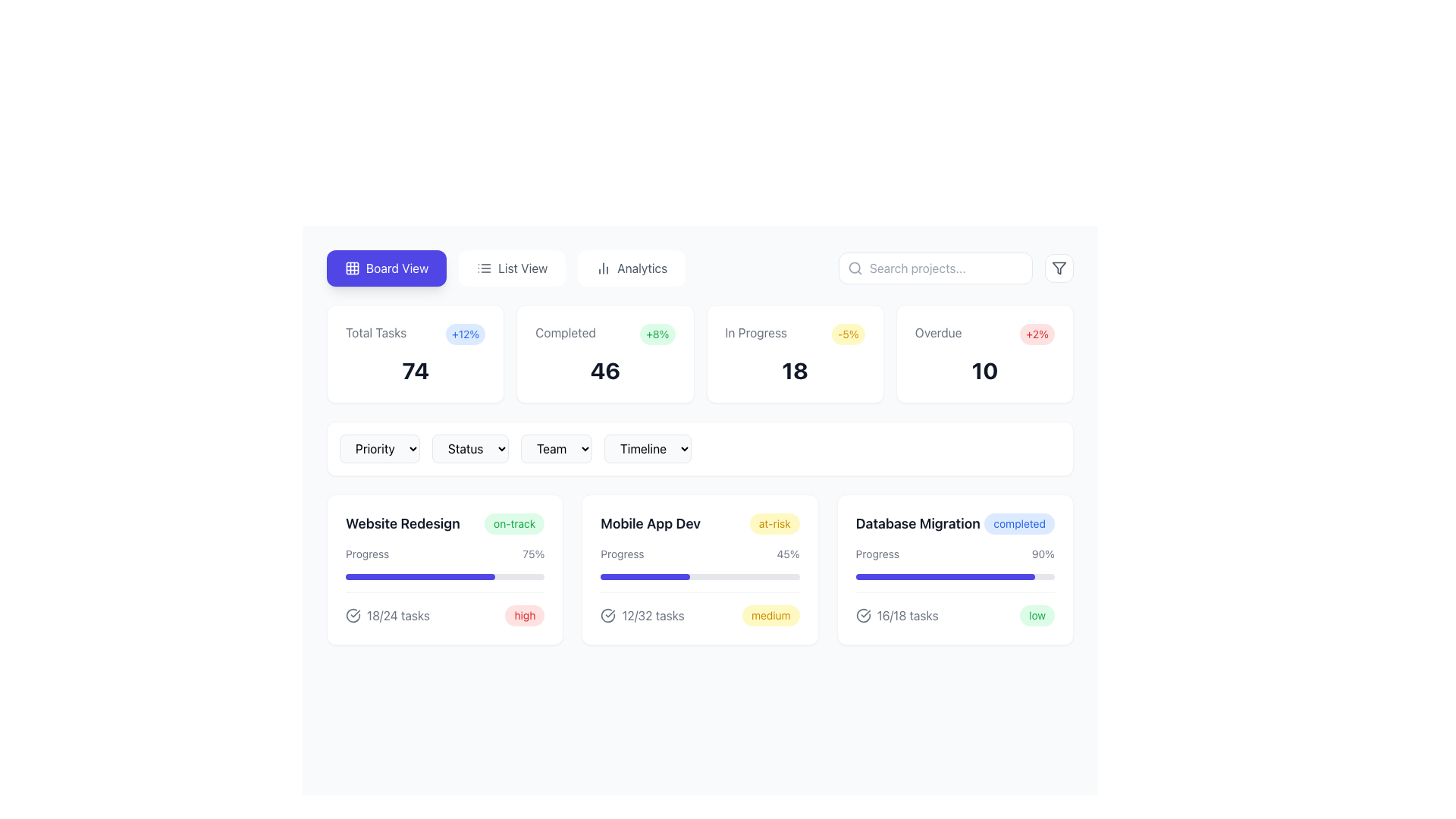 Image resolution: width=1456 pixels, height=819 pixels. Describe the element at coordinates (954, 576) in the screenshot. I see `the visual progress represented by the horizontal progress bar located in the 'Database Migration' section, which indicates a completion of 90%` at that location.